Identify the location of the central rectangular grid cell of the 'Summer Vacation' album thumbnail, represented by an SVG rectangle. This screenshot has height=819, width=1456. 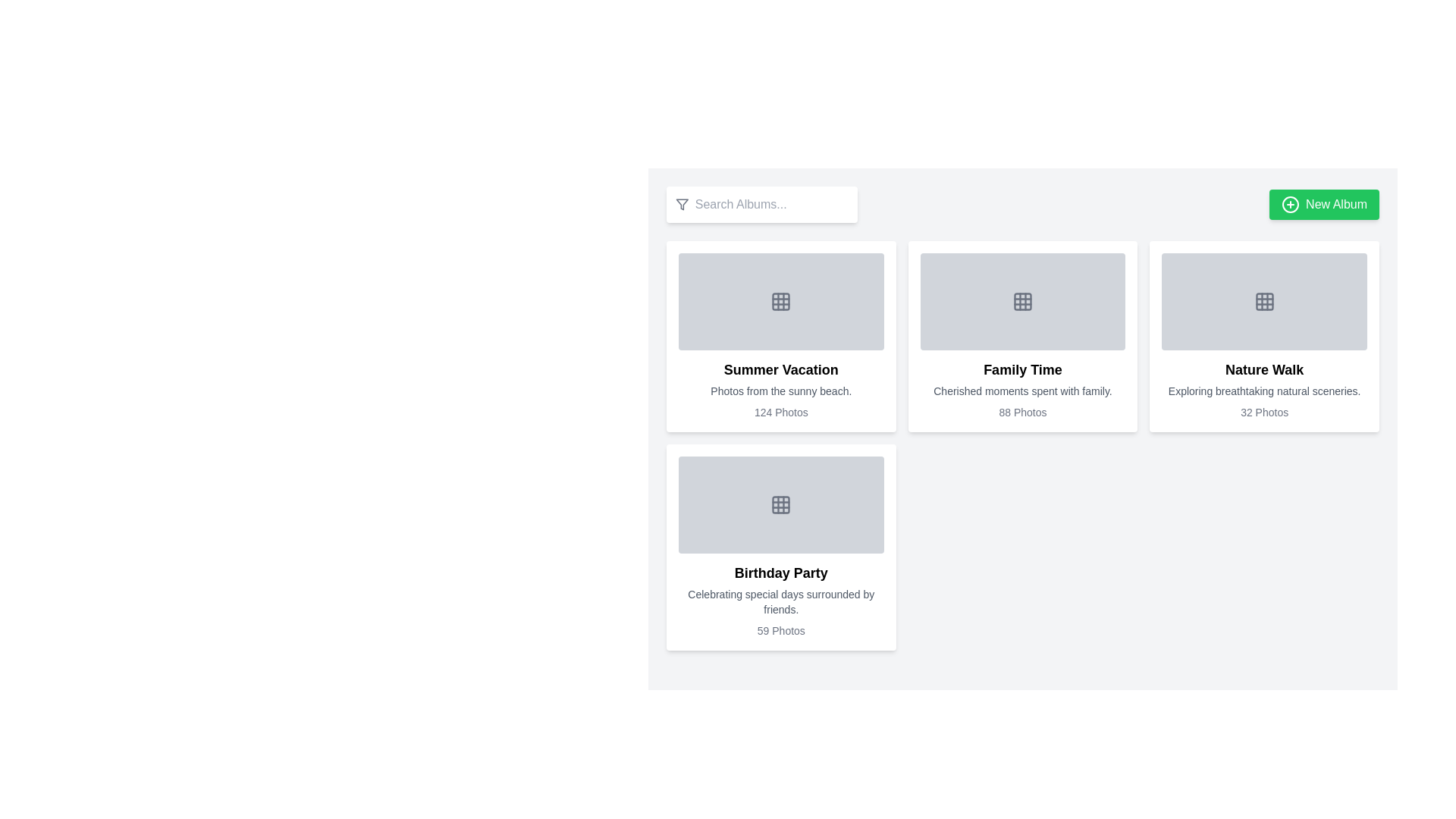
(781, 301).